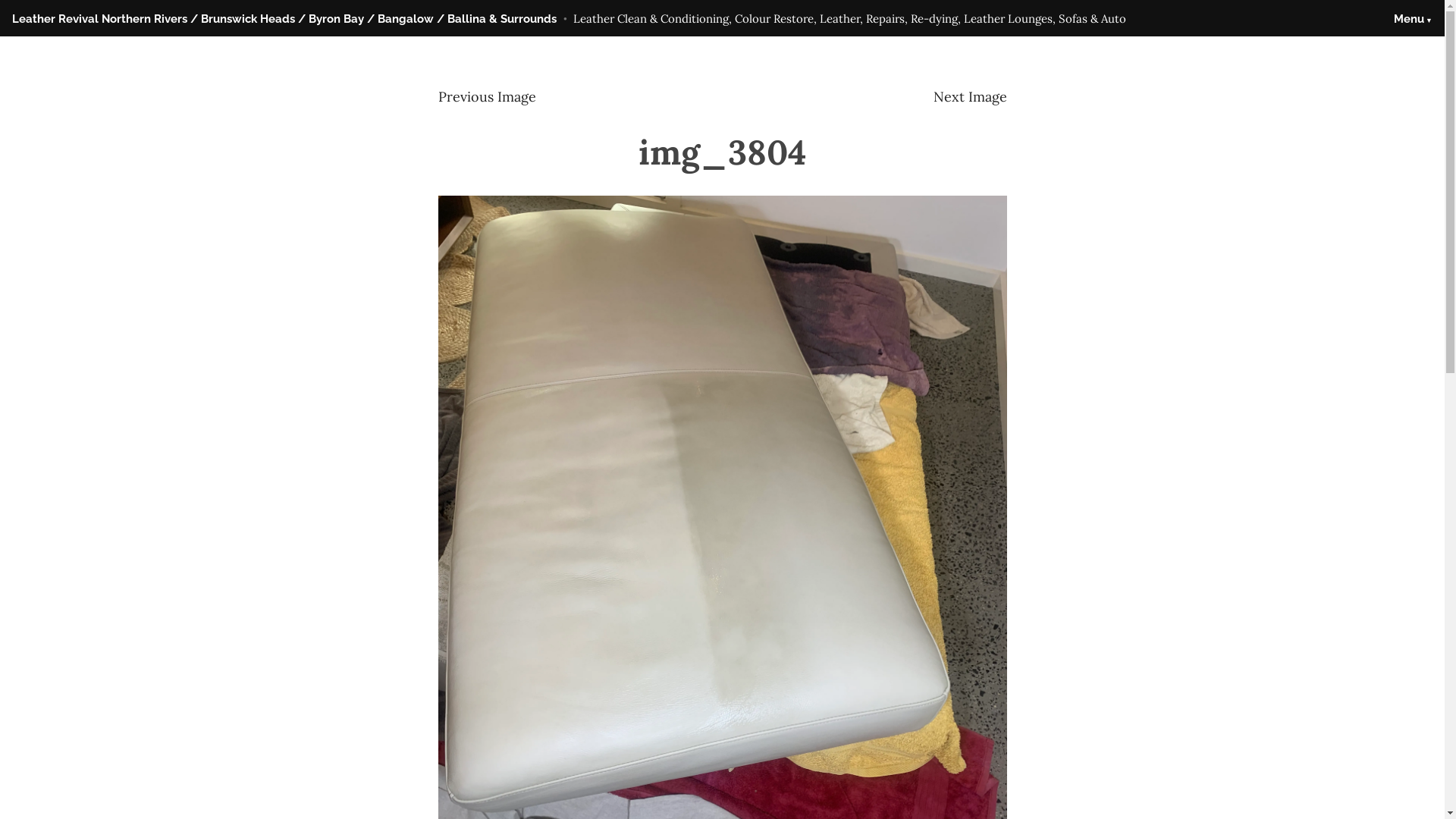  Describe the element at coordinates (931, 96) in the screenshot. I see `'Next Image'` at that location.